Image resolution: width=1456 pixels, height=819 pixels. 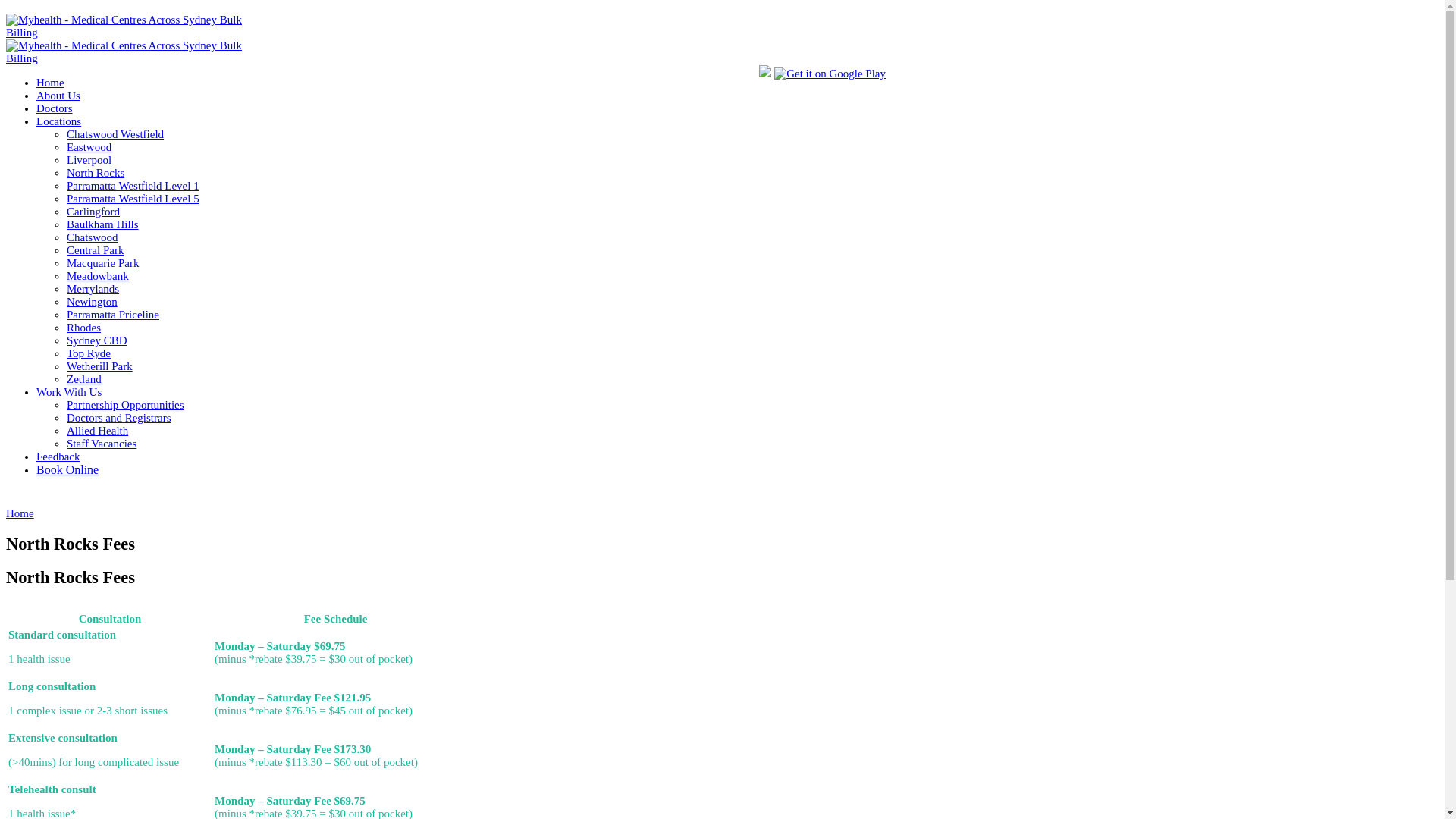 What do you see at coordinates (58, 120) in the screenshot?
I see `'Locations'` at bounding box center [58, 120].